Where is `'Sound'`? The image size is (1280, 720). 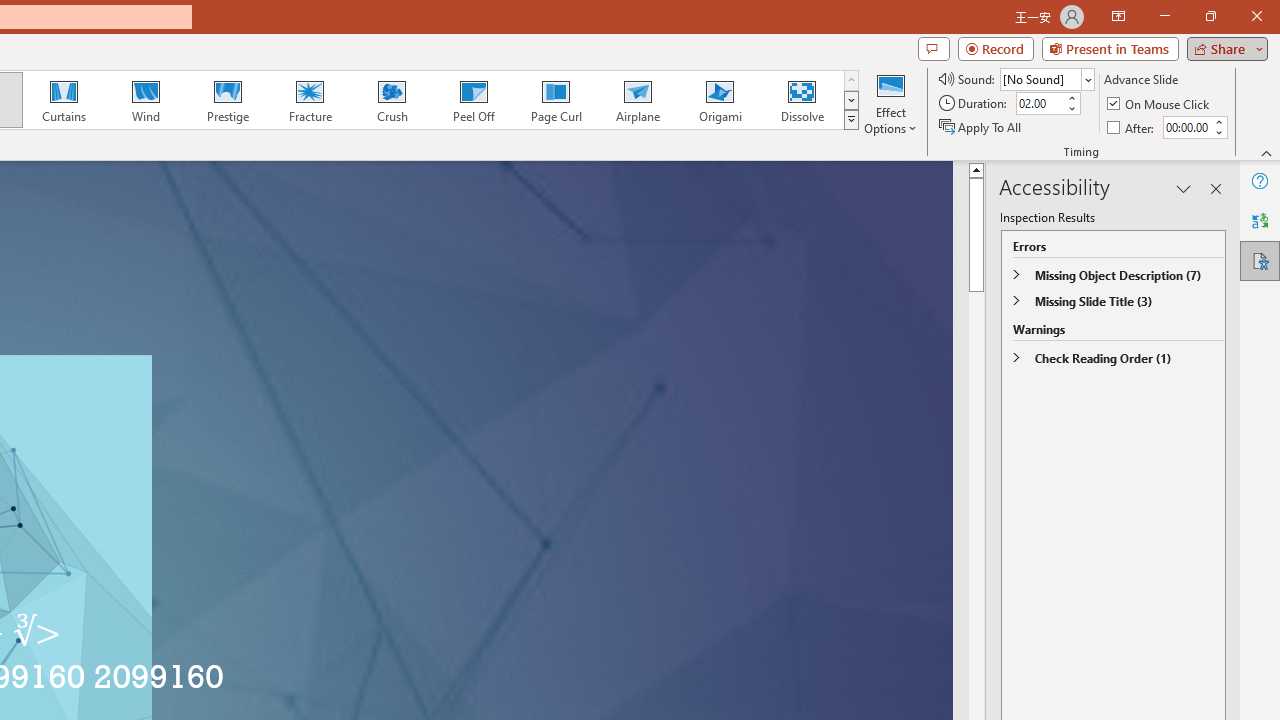
'Sound' is located at coordinates (1046, 78).